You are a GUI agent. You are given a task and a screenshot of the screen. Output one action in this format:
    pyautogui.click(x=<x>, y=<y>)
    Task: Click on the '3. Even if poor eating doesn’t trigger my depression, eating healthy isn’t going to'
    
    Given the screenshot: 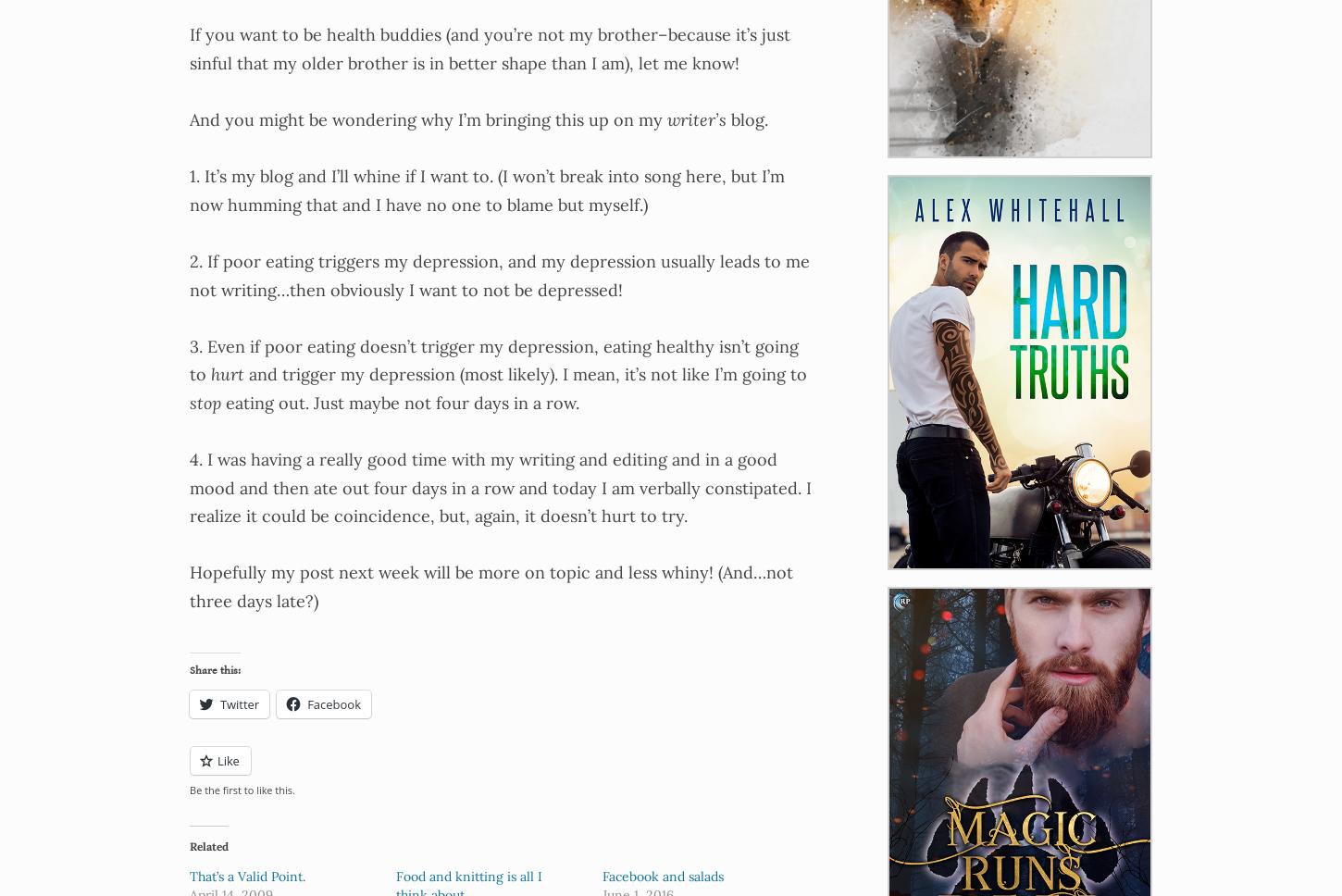 What is the action you would take?
    pyautogui.click(x=494, y=359)
    